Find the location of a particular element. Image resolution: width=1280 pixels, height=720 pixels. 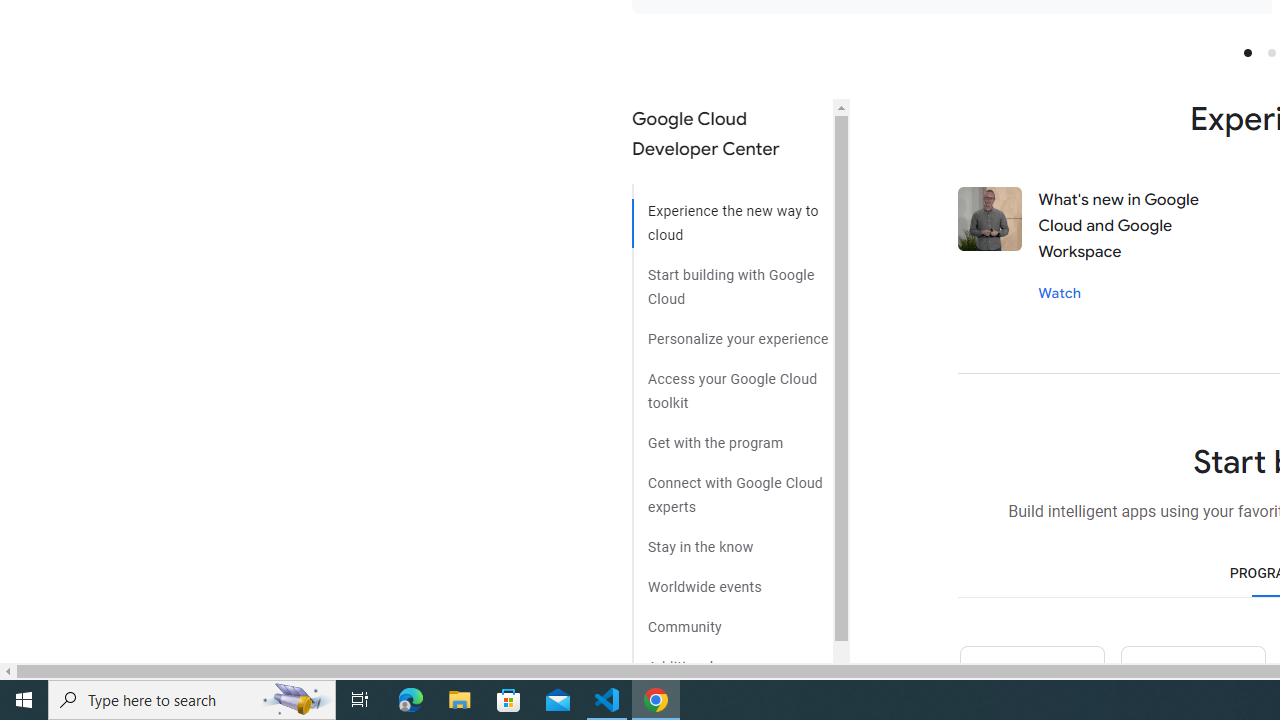

'Start building with Google Cloud' is located at coordinates (731, 279).